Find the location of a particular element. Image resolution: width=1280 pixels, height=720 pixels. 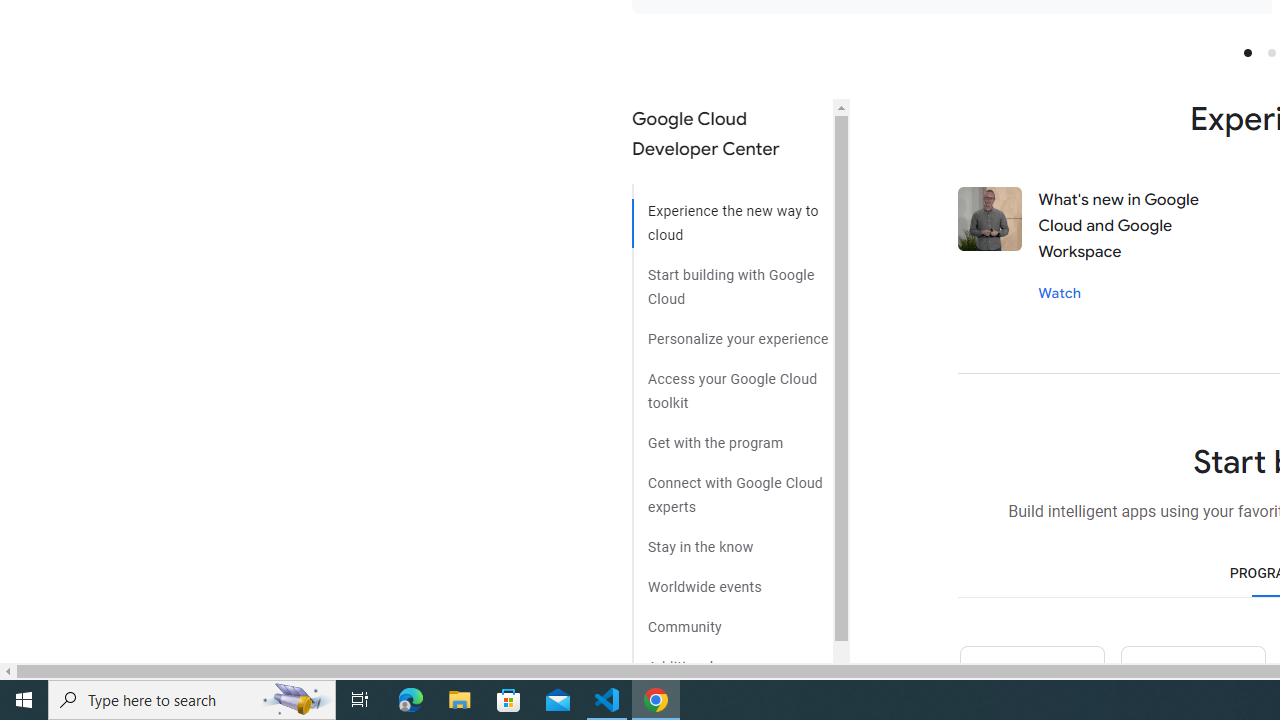

'Start building with Google Cloud' is located at coordinates (731, 279).